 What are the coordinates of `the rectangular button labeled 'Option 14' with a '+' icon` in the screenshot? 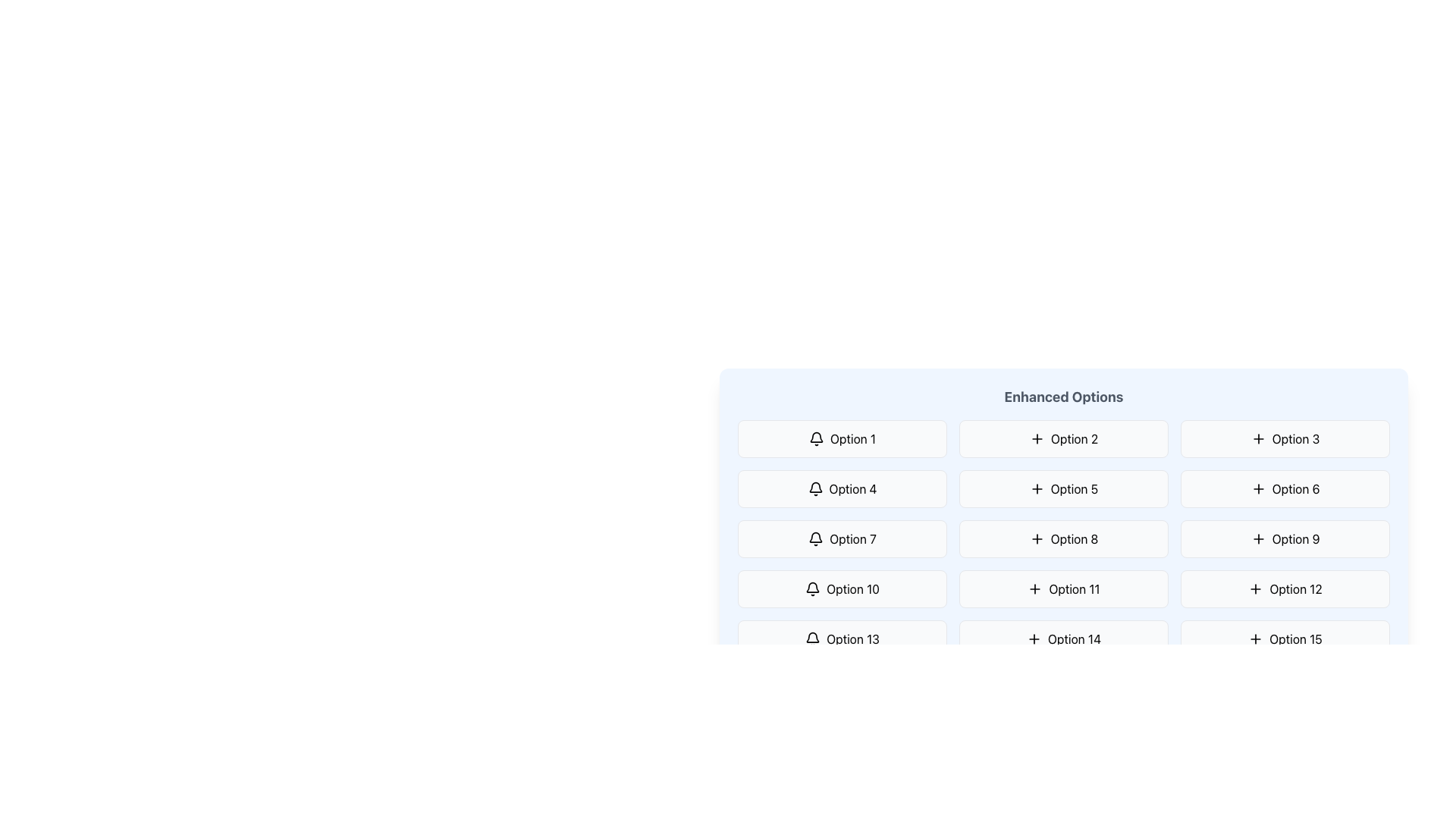 It's located at (1062, 639).